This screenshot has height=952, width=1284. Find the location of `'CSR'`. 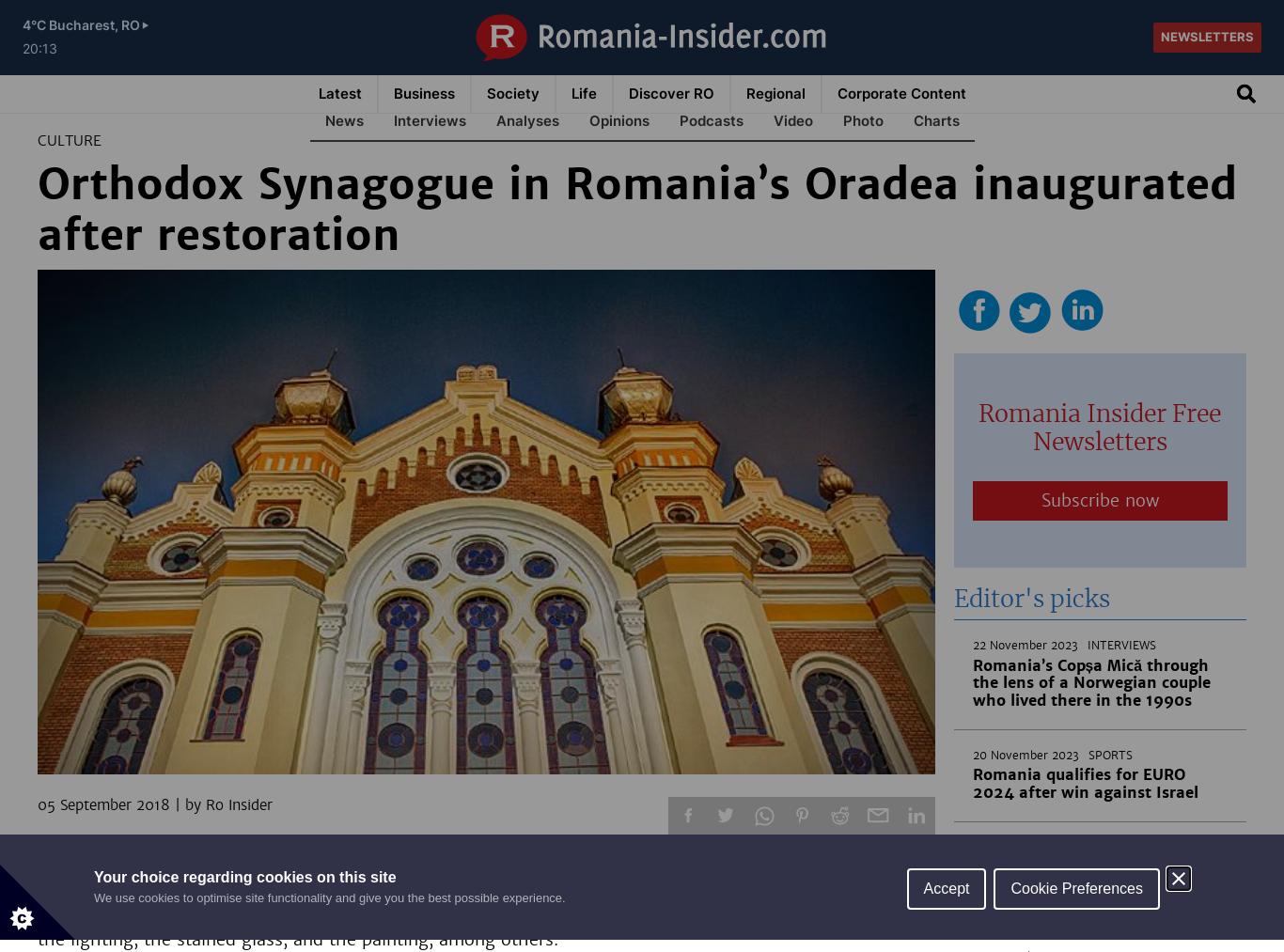

'CSR' is located at coordinates (1037, 120).